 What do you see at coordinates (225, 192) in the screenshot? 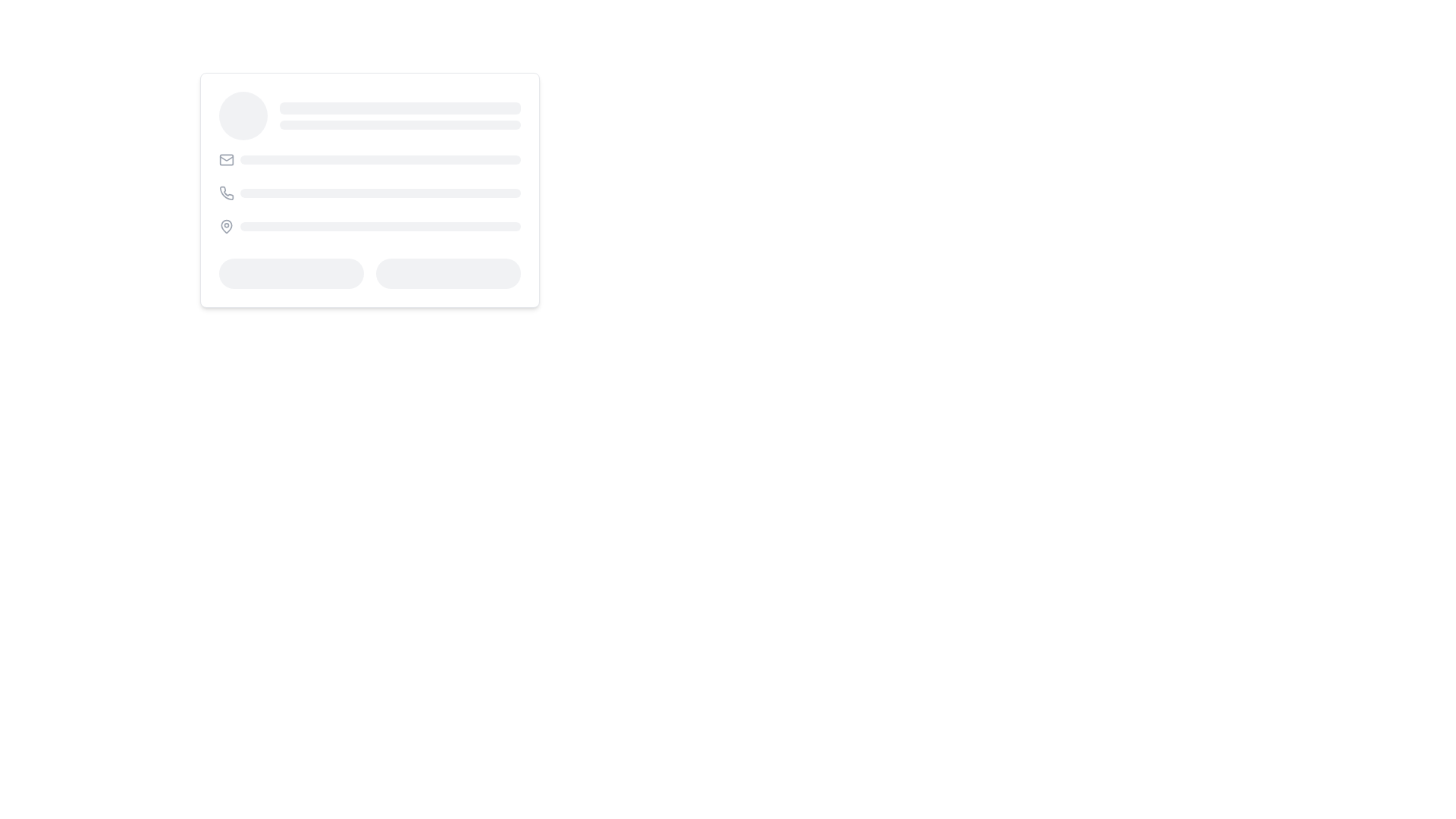
I see `the phone icon located at the upper left of the user interface card, which visually represents phone or calling features` at bounding box center [225, 192].